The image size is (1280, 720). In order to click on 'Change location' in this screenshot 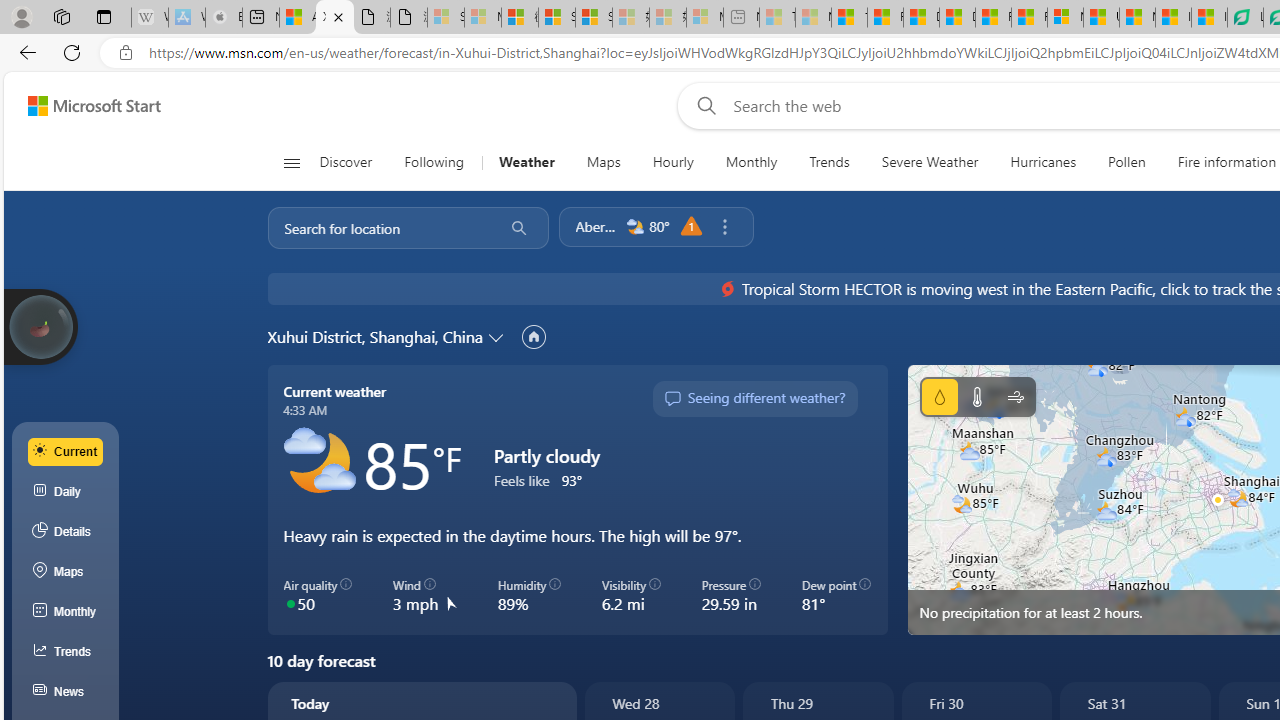, I will do `click(497, 335)`.